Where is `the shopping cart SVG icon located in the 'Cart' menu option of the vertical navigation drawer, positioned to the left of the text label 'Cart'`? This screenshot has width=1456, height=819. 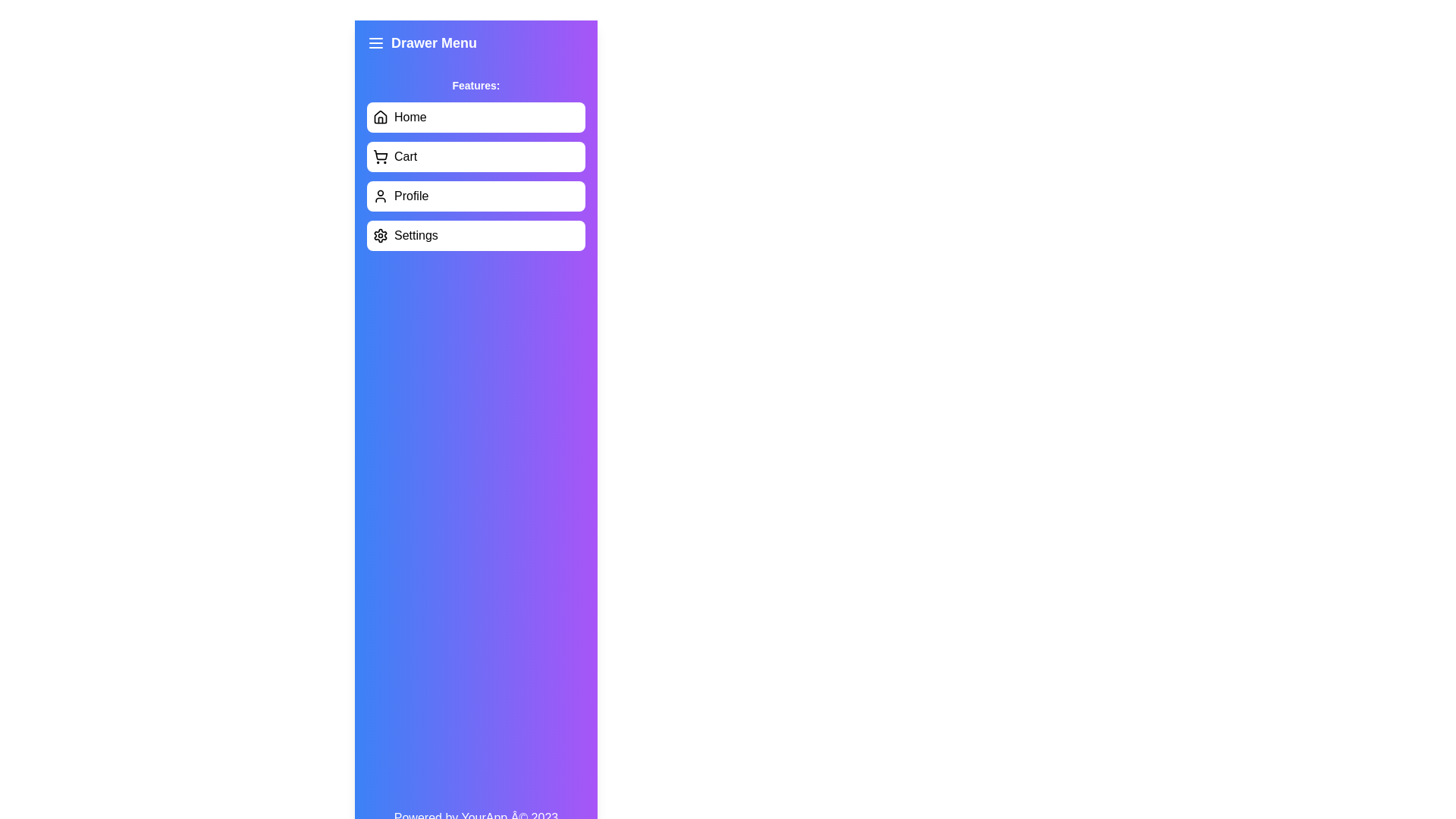 the shopping cart SVG icon located in the 'Cart' menu option of the vertical navigation drawer, positioned to the left of the text label 'Cart' is located at coordinates (381, 157).